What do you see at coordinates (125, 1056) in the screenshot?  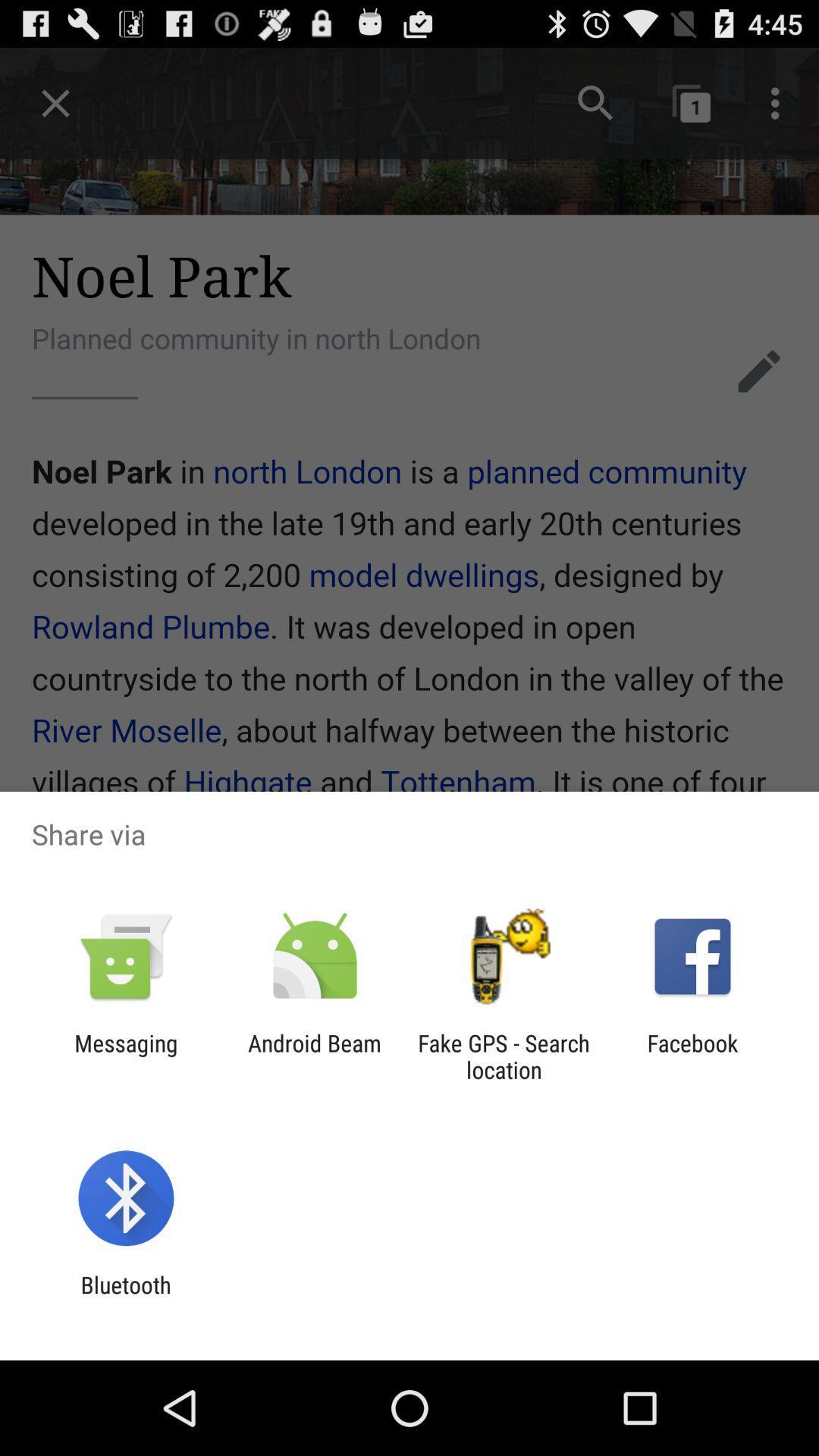 I see `the item next to android beam` at bounding box center [125, 1056].